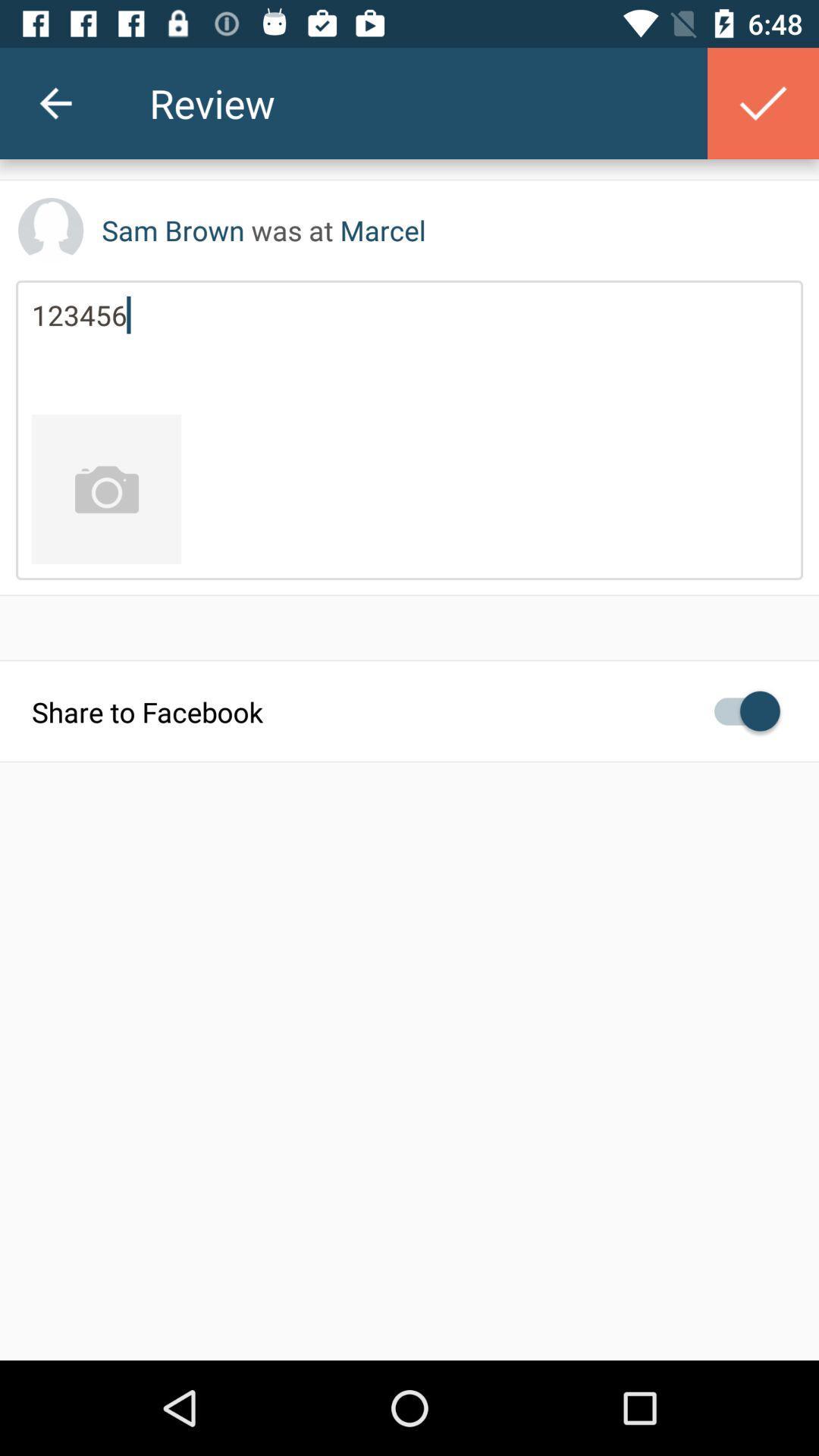 The width and height of the screenshot is (819, 1456). I want to click on item below sam brown was icon, so click(409, 347).